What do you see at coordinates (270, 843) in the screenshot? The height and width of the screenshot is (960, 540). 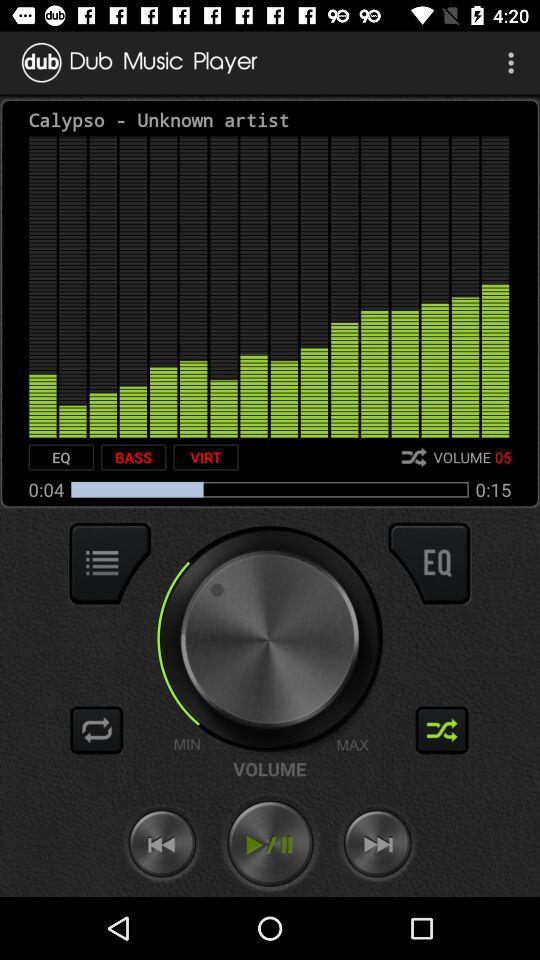 I see `the icon below the volume item` at bounding box center [270, 843].